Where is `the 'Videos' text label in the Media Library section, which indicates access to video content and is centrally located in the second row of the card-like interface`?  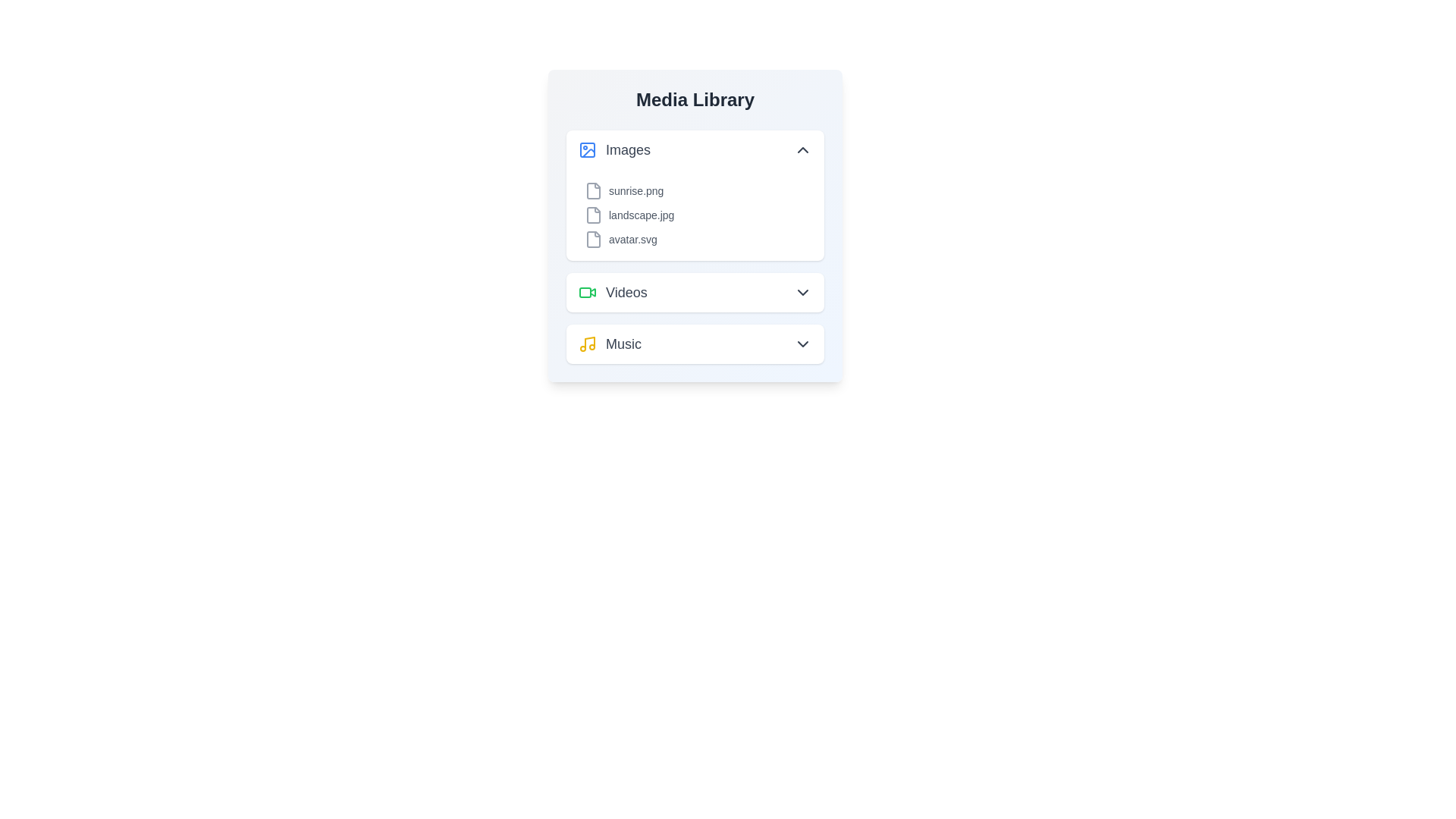 the 'Videos' text label in the Media Library section, which indicates access to video content and is centrally located in the second row of the card-like interface is located at coordinates (626, 292).